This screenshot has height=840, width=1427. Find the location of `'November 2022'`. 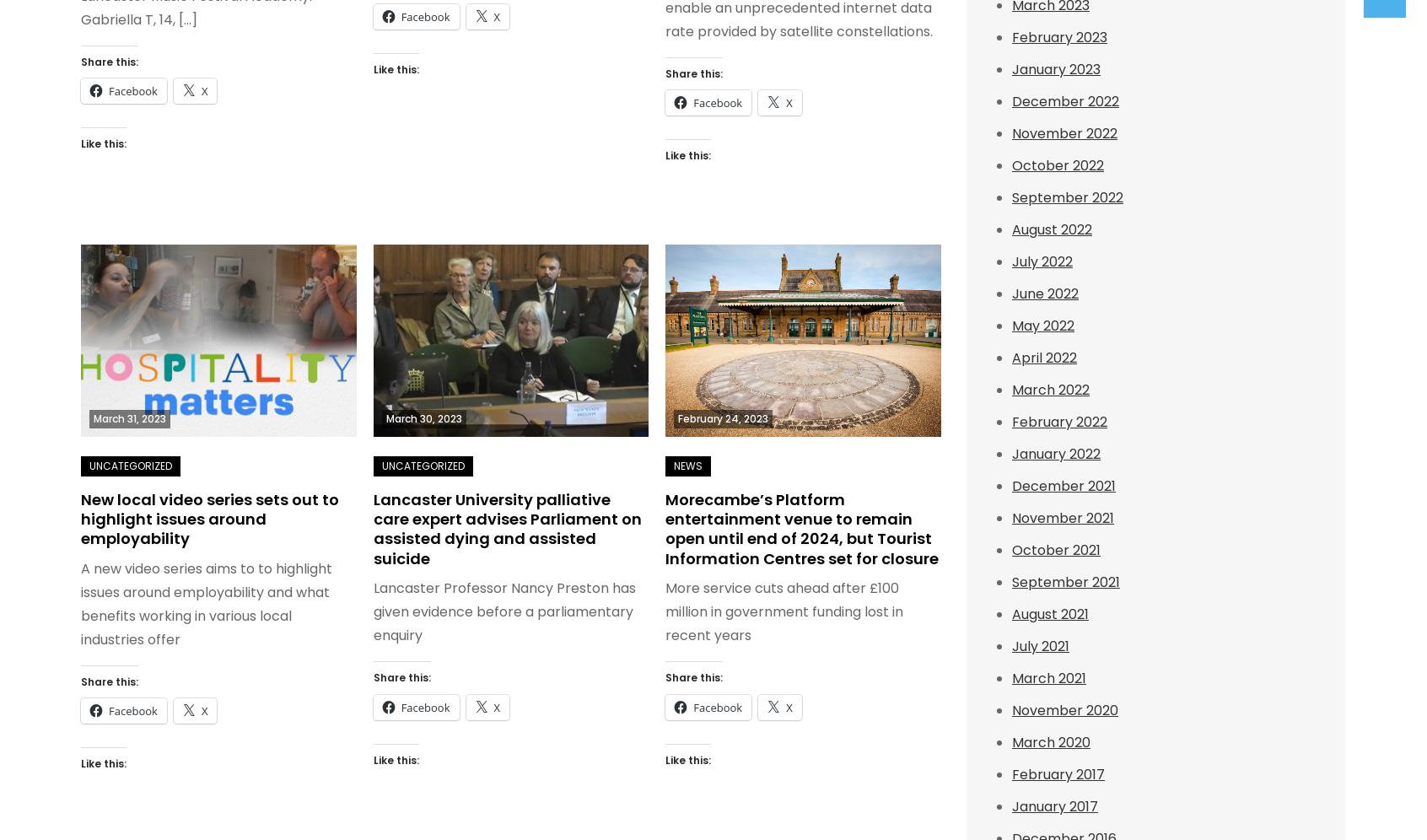

'November 2022' is located at coordinates (1010, 132).